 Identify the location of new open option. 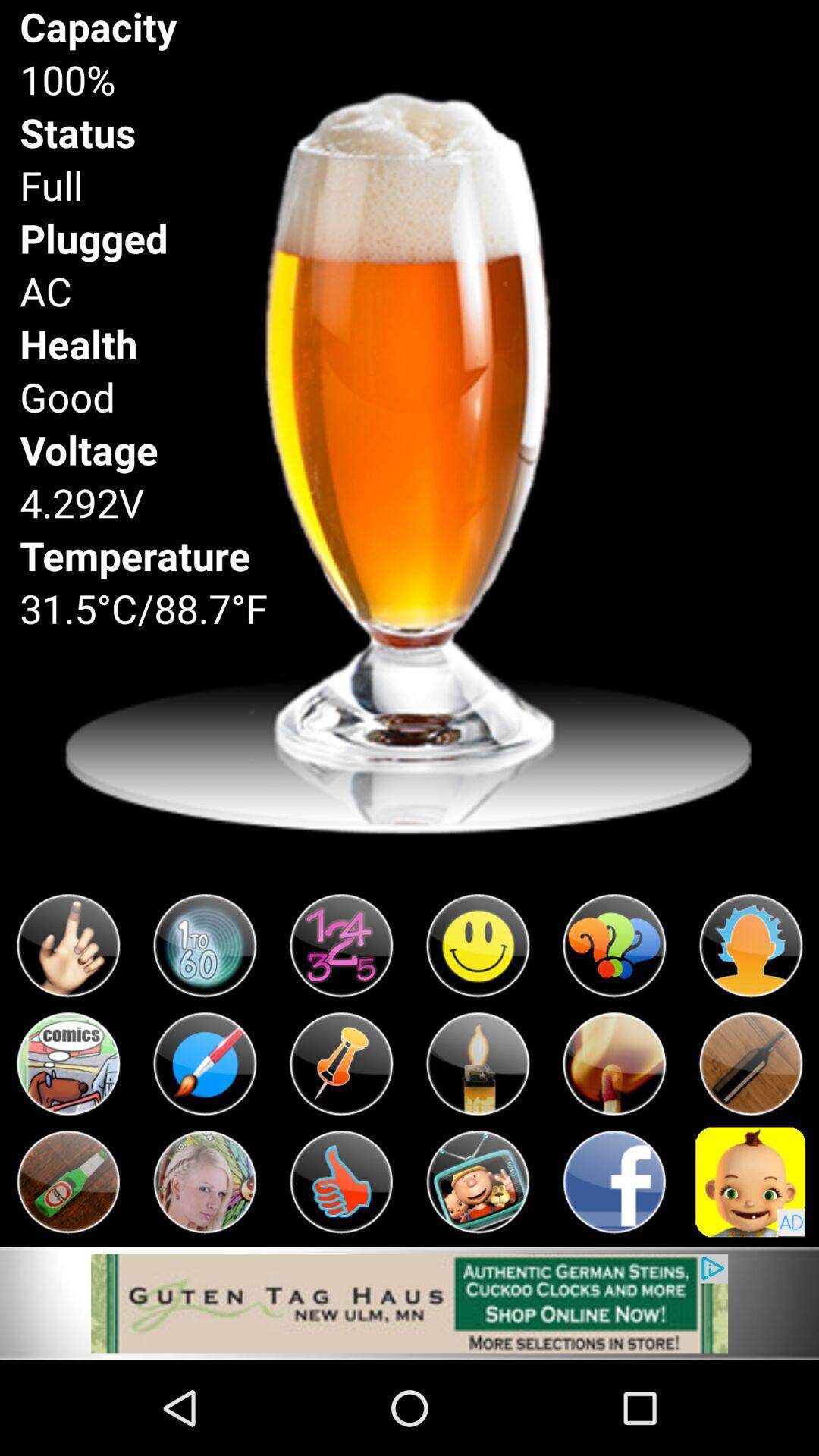
(67, 1063).